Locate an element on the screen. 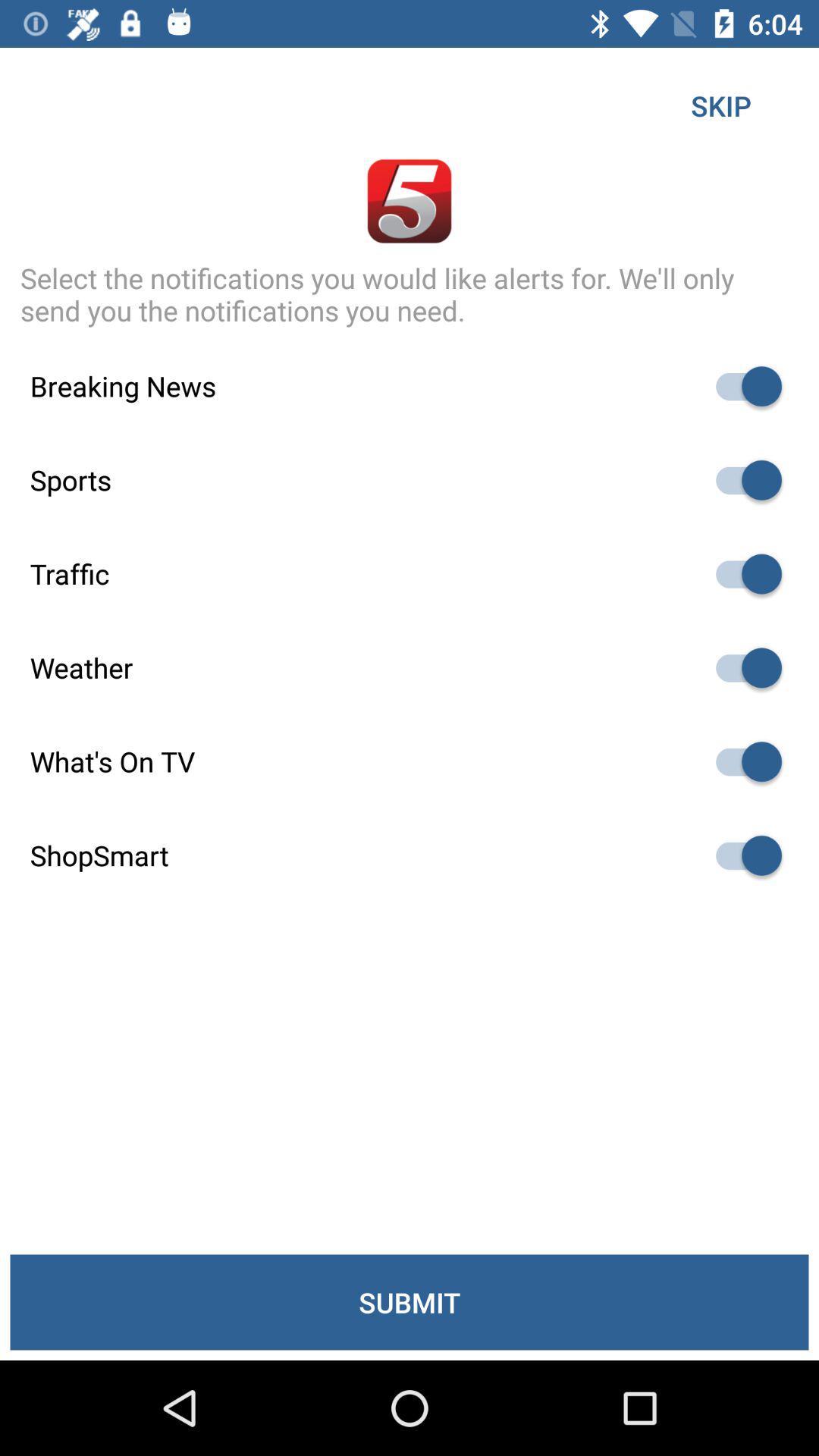 This screenshot has width=819, height=1456. turn off notification is located at coordinates (741, 855).